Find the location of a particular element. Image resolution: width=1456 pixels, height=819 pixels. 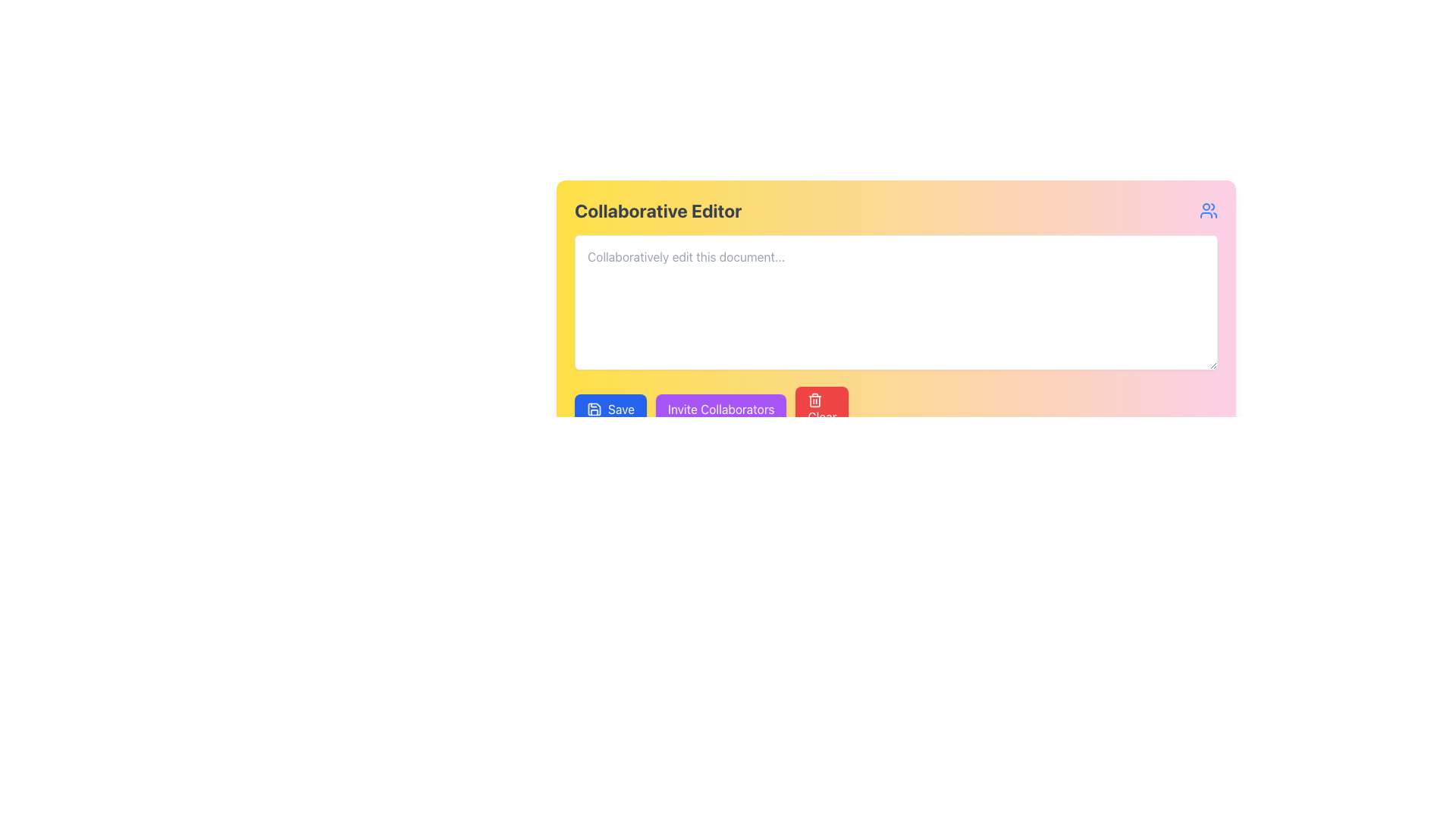

the collaboration icon located at the top-right corner of the 'Collaborative Editor' section is located at coordinates (1207, 210).